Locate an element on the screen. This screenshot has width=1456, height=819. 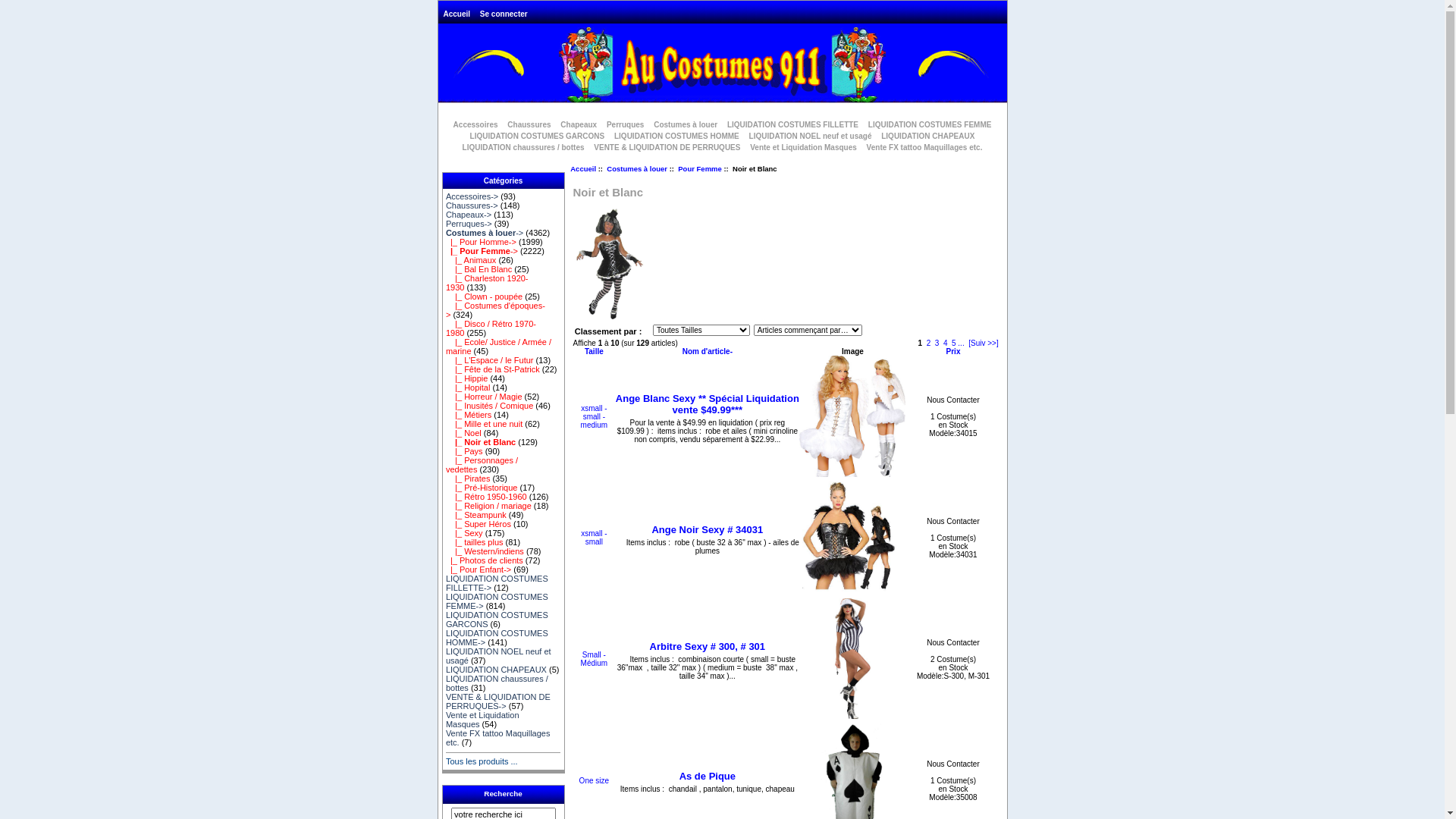
'    |_ Sexy' is located at coordinates (463, 532).